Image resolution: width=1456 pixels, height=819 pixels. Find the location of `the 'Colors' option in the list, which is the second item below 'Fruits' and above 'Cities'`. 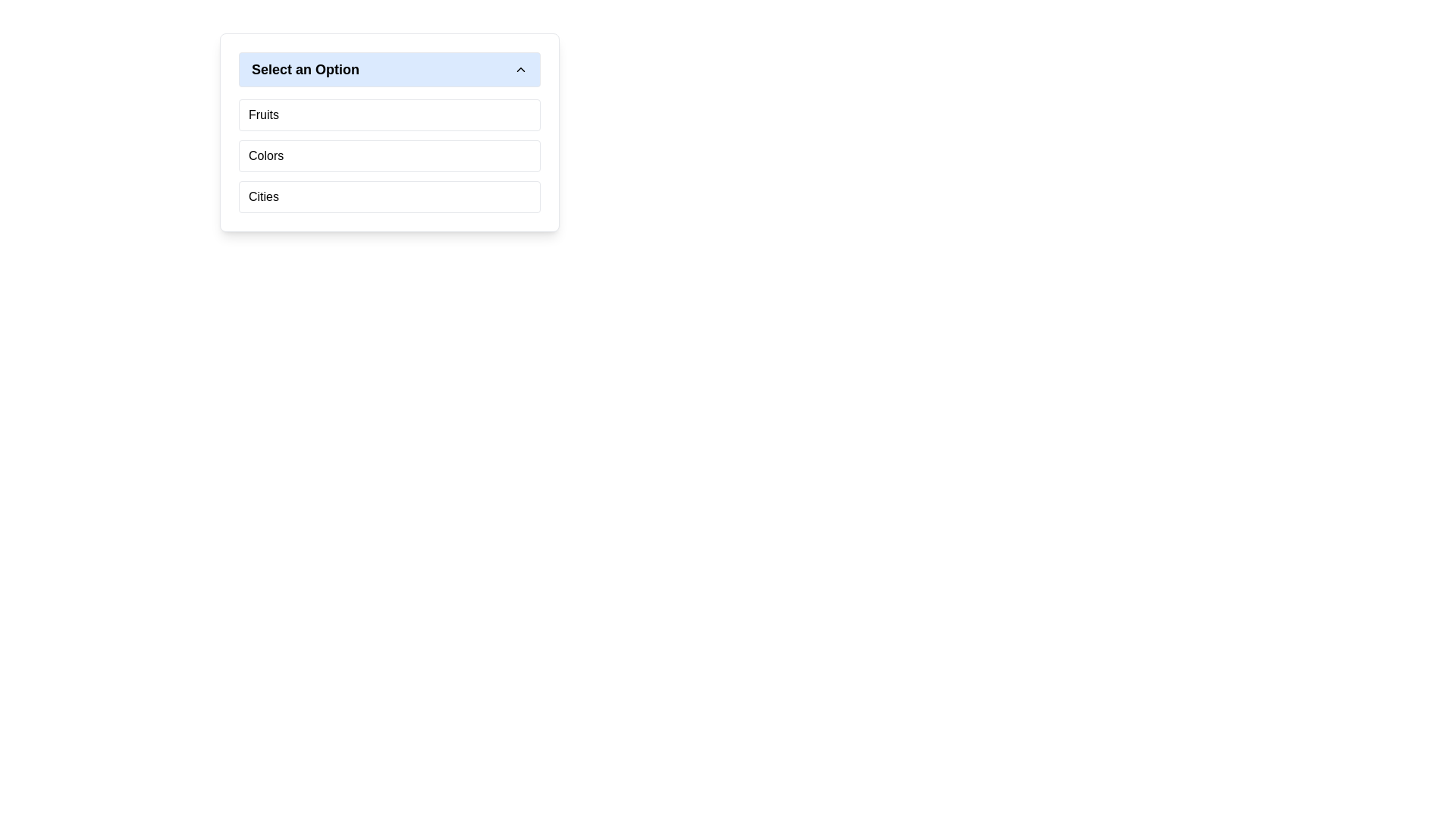

the 'Colors' option in the list, which is the second item below 'Fruits' and above 'Cities' is located at coordinates (389, 155).